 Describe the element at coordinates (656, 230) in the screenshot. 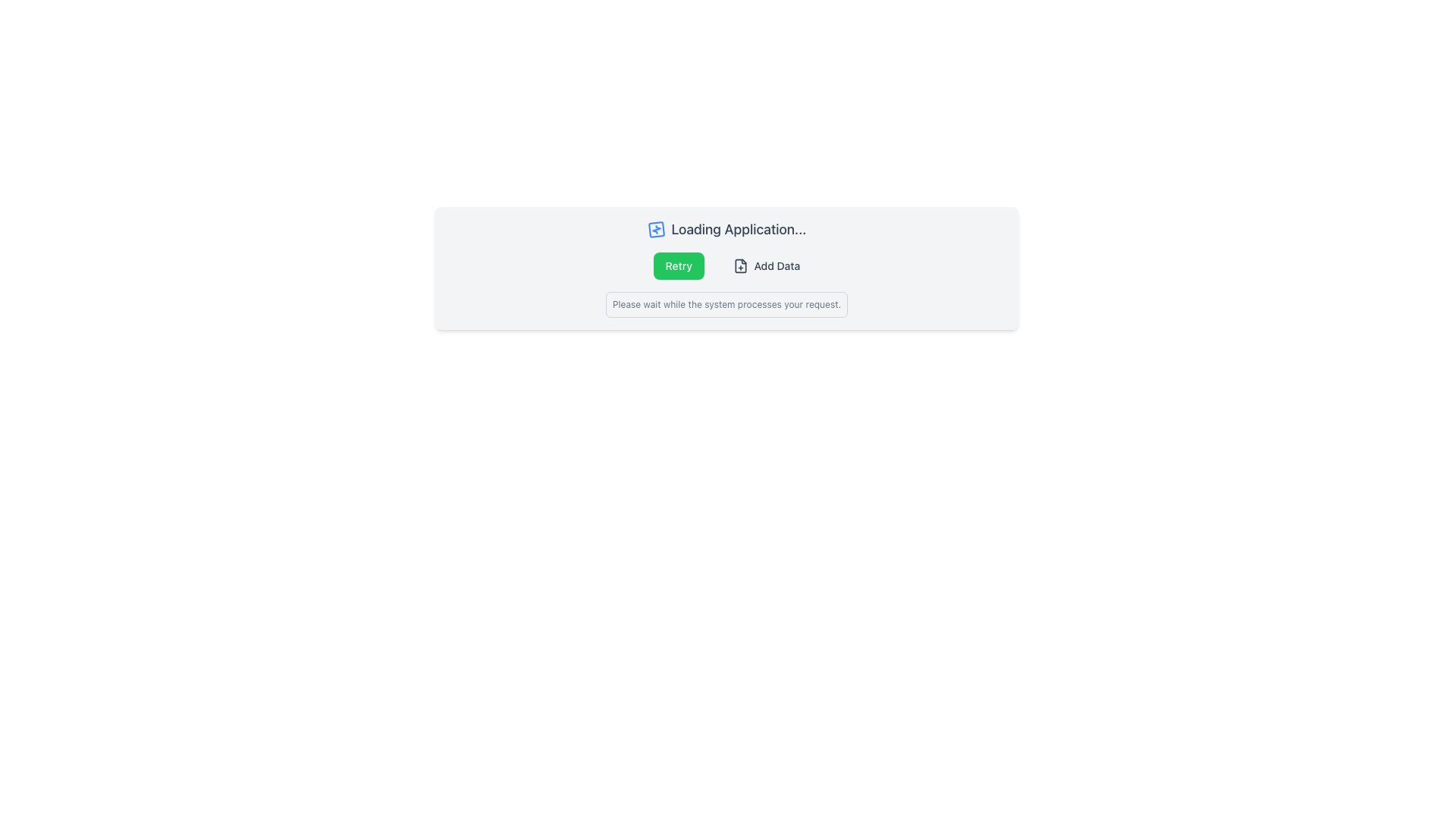

I see `the Loading Indicator Icon, which is a spinning blue square-shaped graphical icon located to the left of the text 'Loading Application...'` at that location.